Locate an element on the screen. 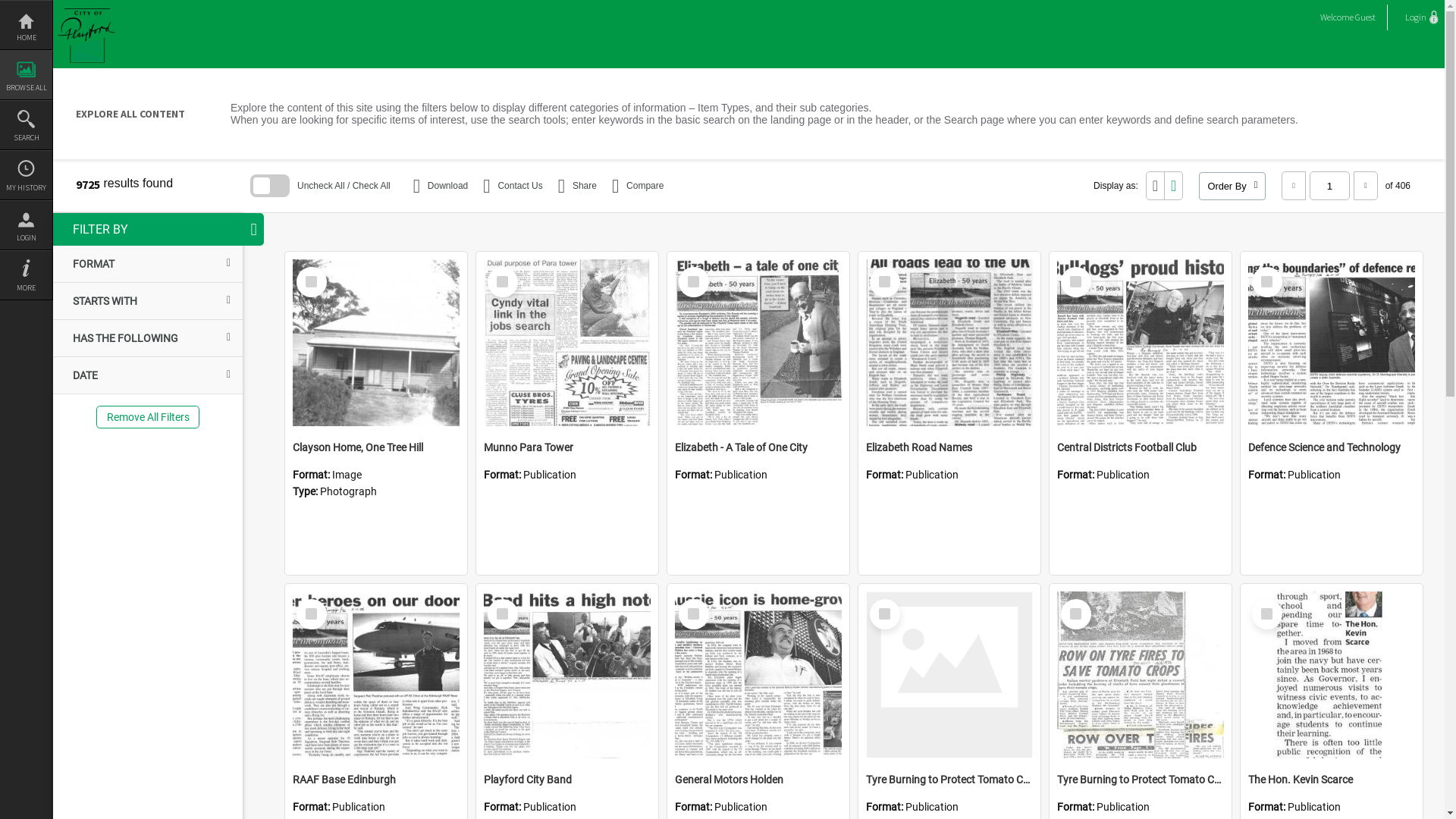 This screenshot has height=819, width=1456. 'Tyre Burning to Protect Tomato Crops' is located at coordinates (949, 780).